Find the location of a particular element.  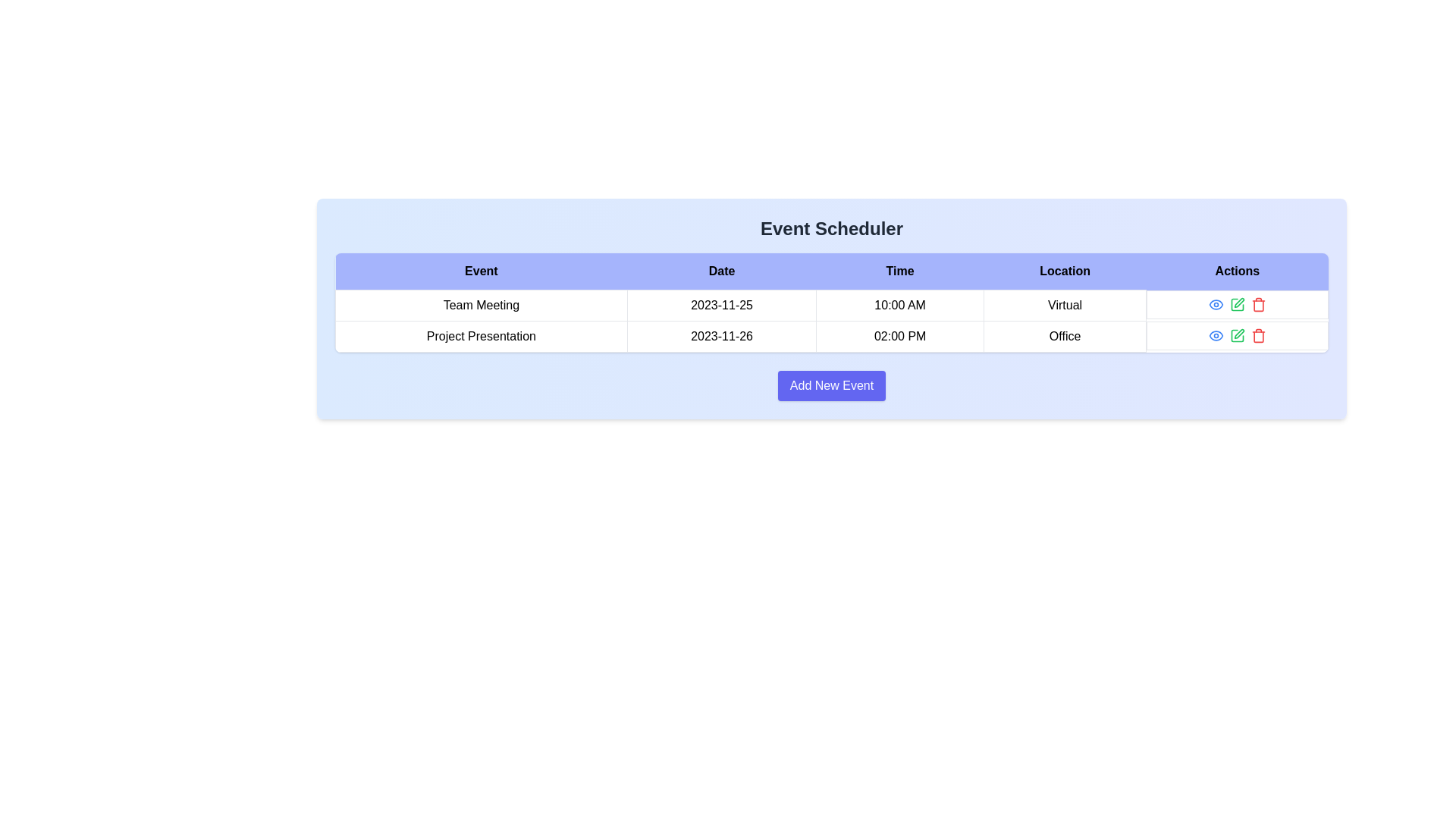

the blue eye icon button located in the 'Actions' column of the second row is located at coordinates (1216, 334).